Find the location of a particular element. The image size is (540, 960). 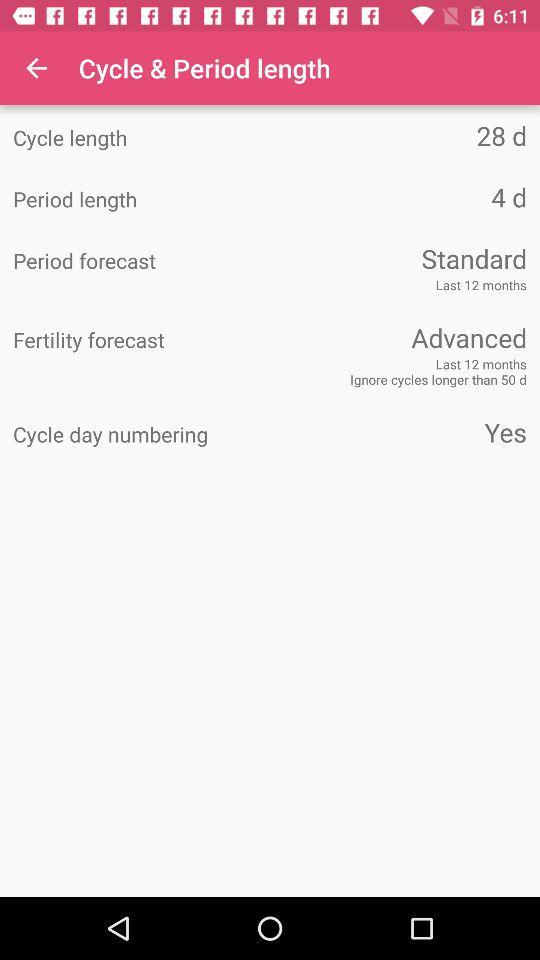

the icon to the right of the cycle length item is located at coordinates (398, 134).